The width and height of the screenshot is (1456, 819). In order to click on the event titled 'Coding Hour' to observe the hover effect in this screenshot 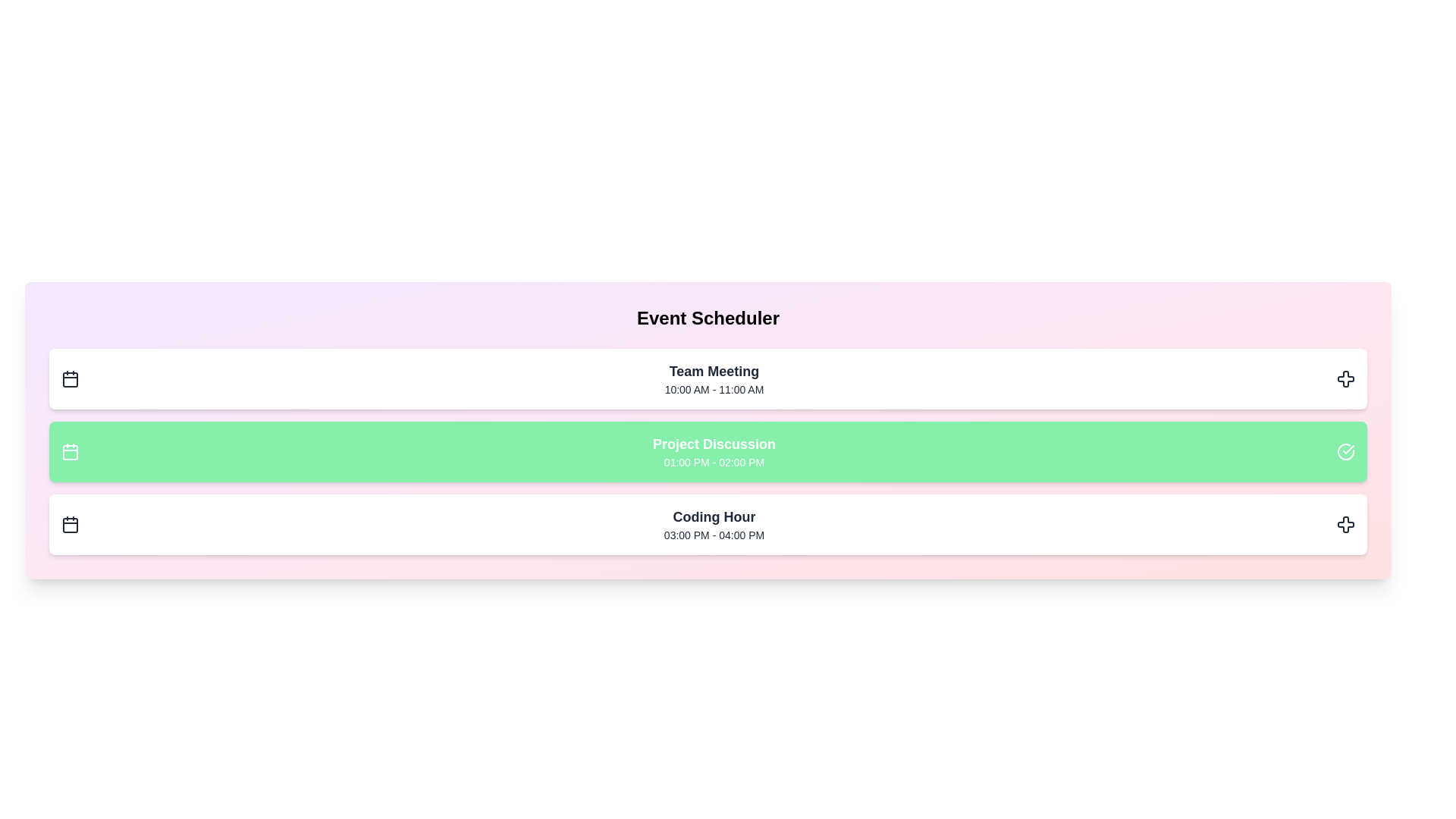, I will do `click(708, 523)`.